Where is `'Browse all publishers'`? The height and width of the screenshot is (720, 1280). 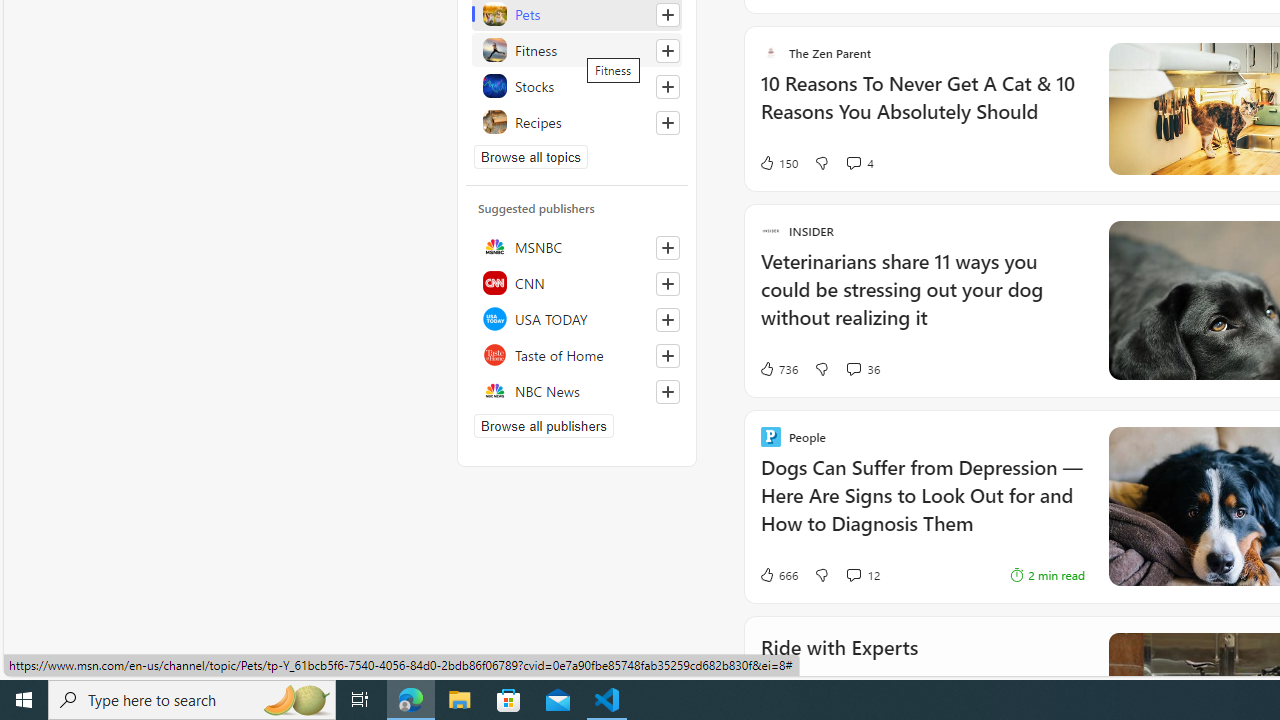
'Browse all publishers' is located at coordinates (544, 424).